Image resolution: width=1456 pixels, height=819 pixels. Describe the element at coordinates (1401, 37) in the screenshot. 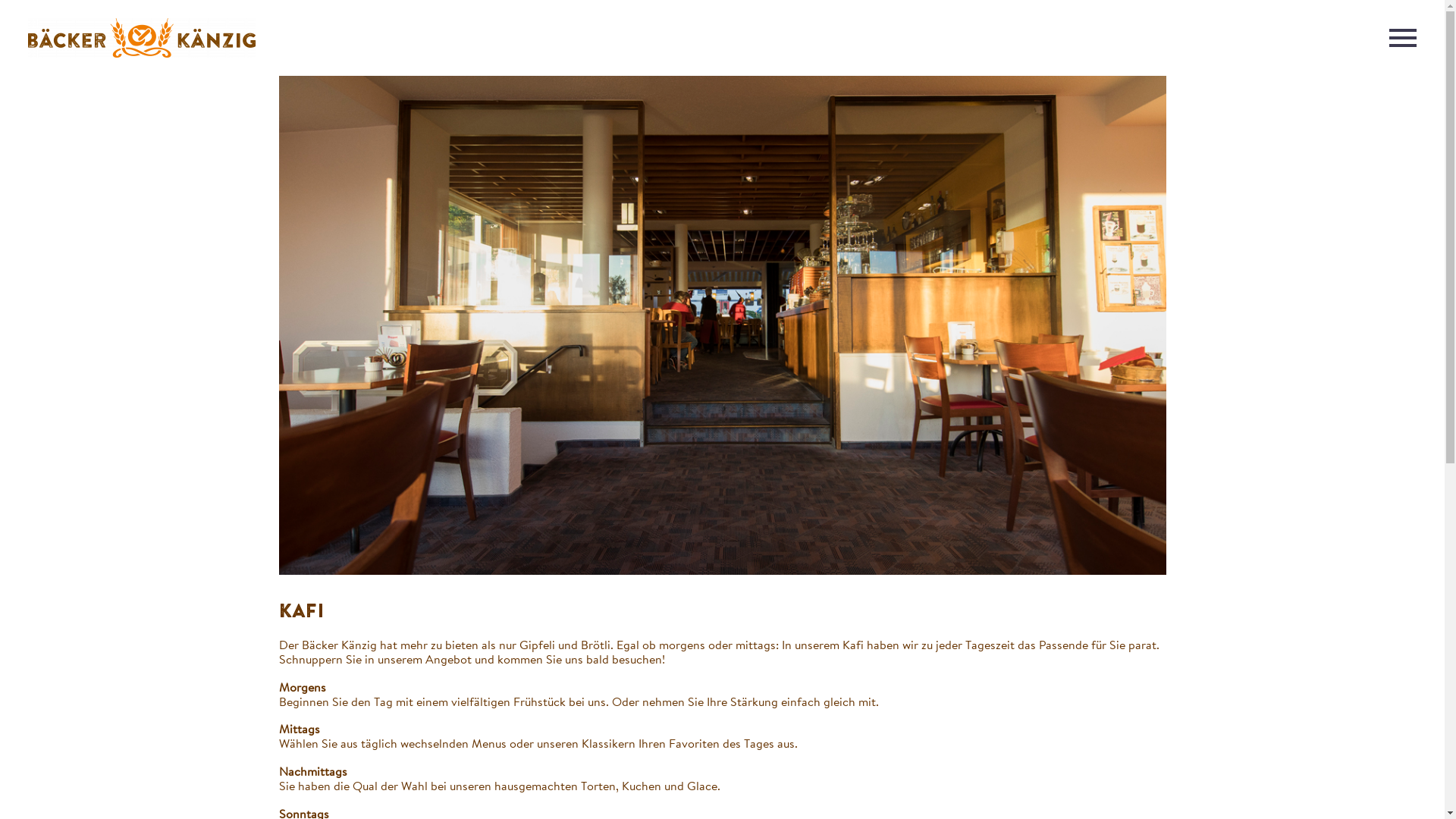

I see `'Primary Menu'` at that location.